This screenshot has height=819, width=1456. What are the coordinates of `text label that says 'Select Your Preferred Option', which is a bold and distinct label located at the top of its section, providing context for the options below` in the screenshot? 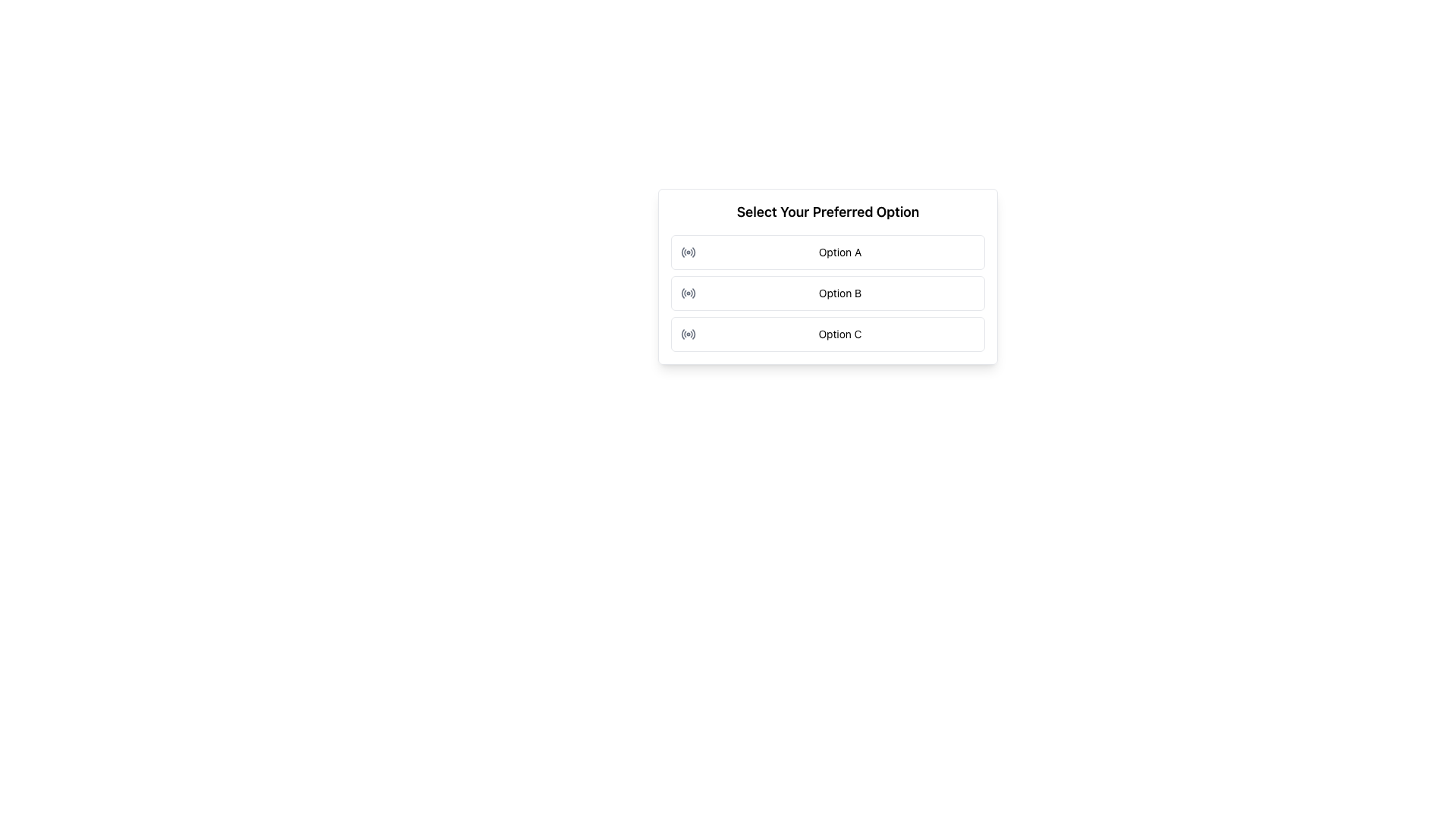 It's located at (827, 212).